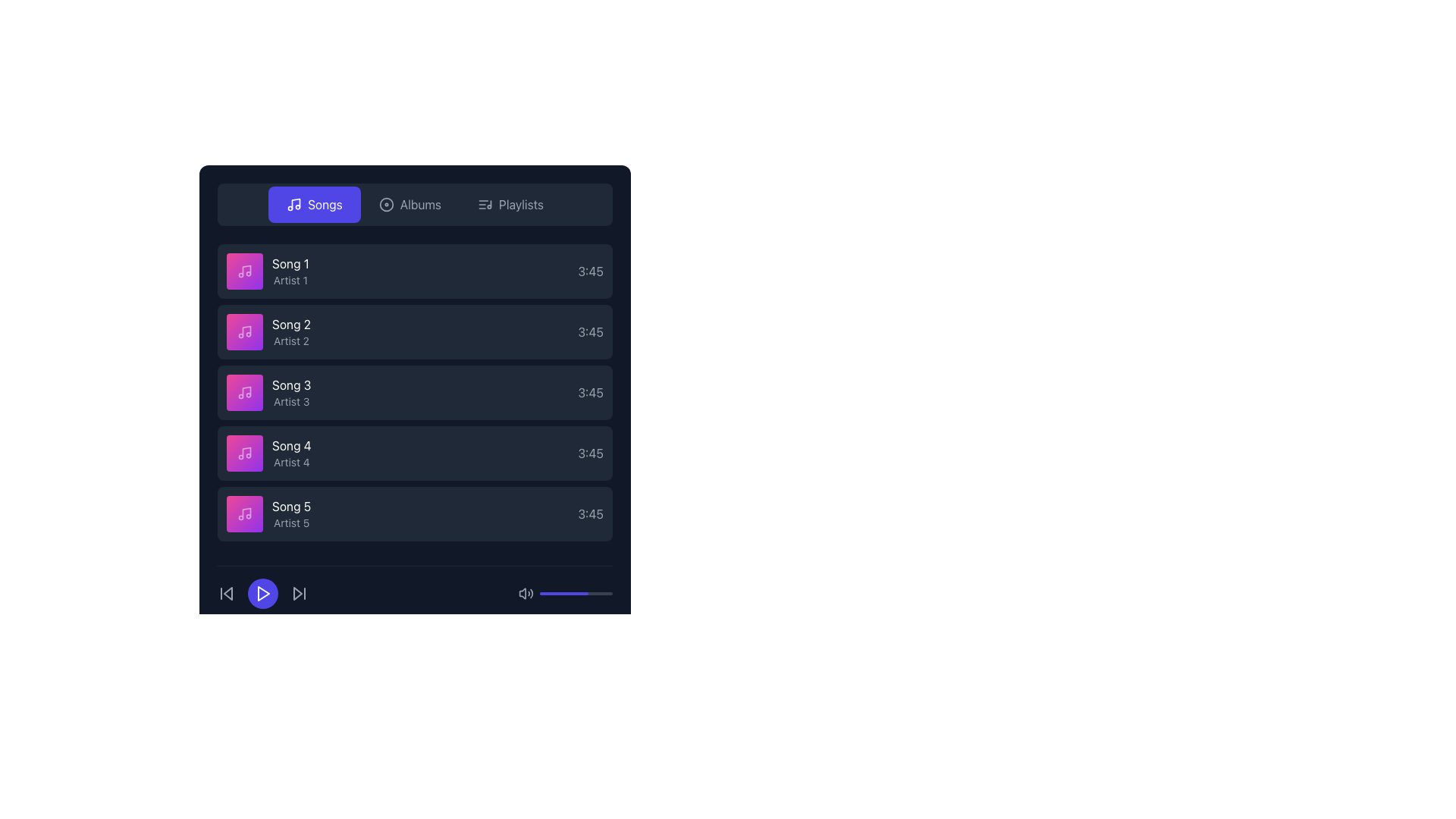 The width and height of the screenshot is (1456, 819). What do you see at coordinates (587, 593) in the screenshot?
I see `the volume` at bounding box center [587, 593].